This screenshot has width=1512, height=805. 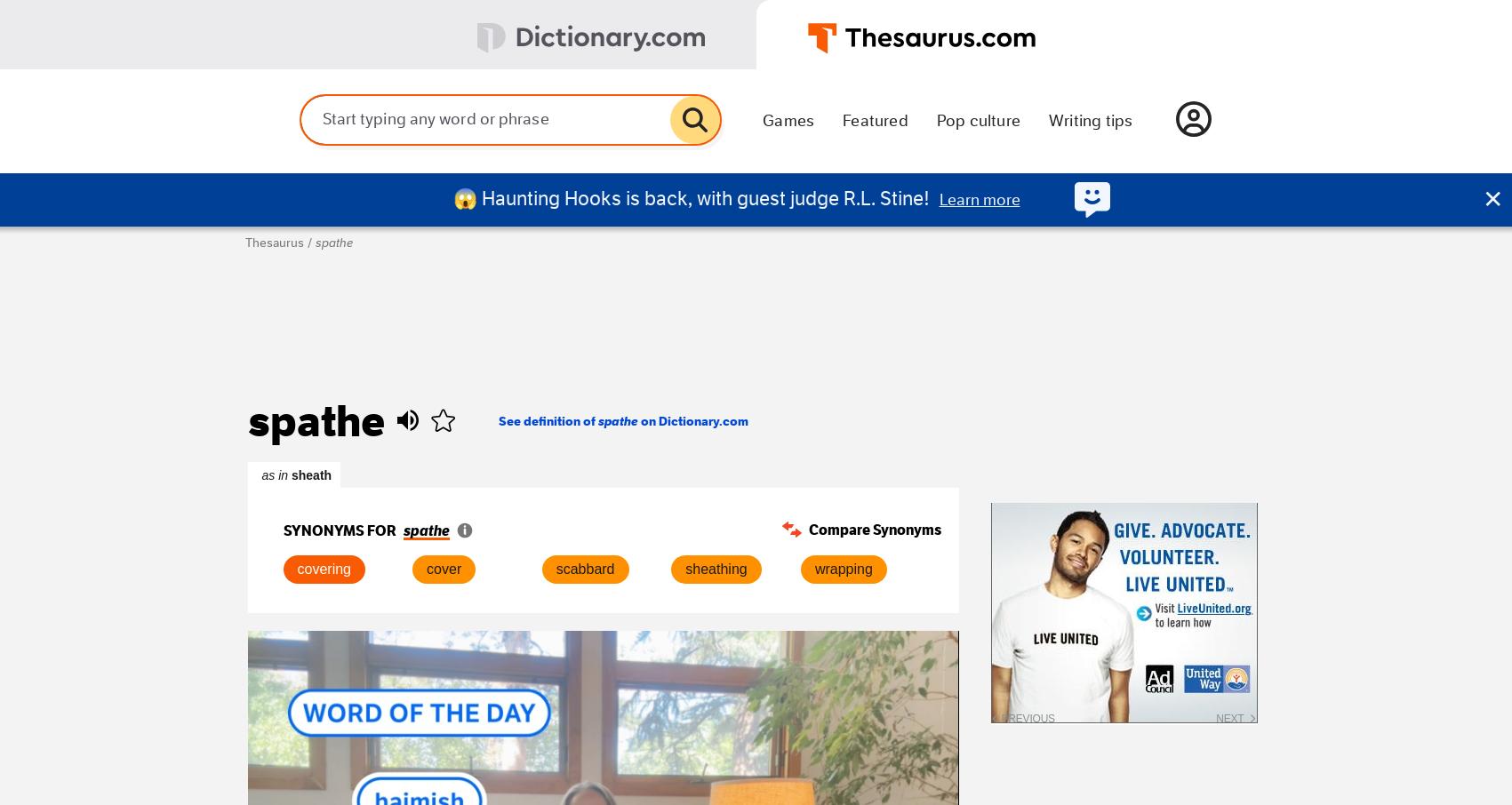 I want to click on 'carambola', so click(x=937, y=626).